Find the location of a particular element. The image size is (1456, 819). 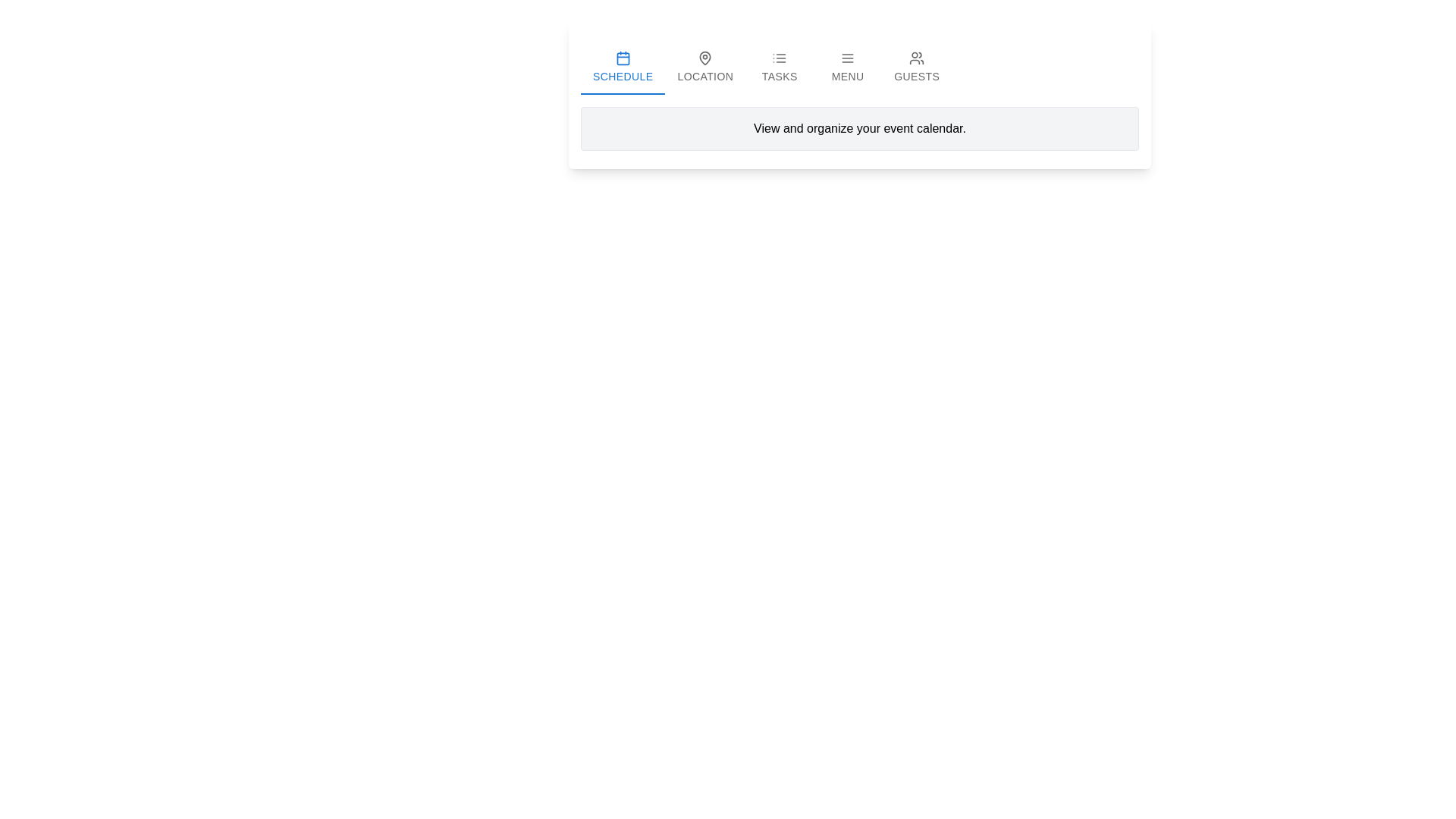

the icon representing 'users' or 'guests' located on the navigation bar above the text 'Guests' is located at coordinates (916, 58).